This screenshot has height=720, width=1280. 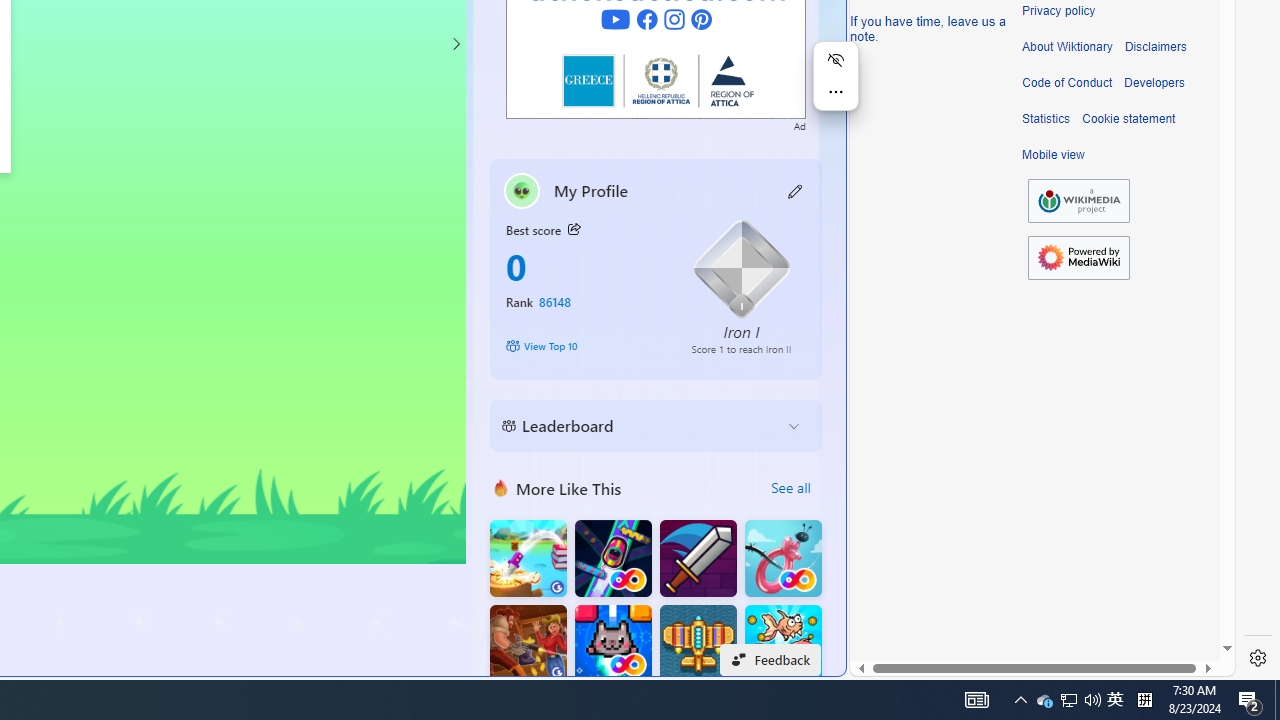 What do you see at coordinates (1155, 46) in the screenshot?
I see `'Disclaimers'` at bounding box center [1155, 46].